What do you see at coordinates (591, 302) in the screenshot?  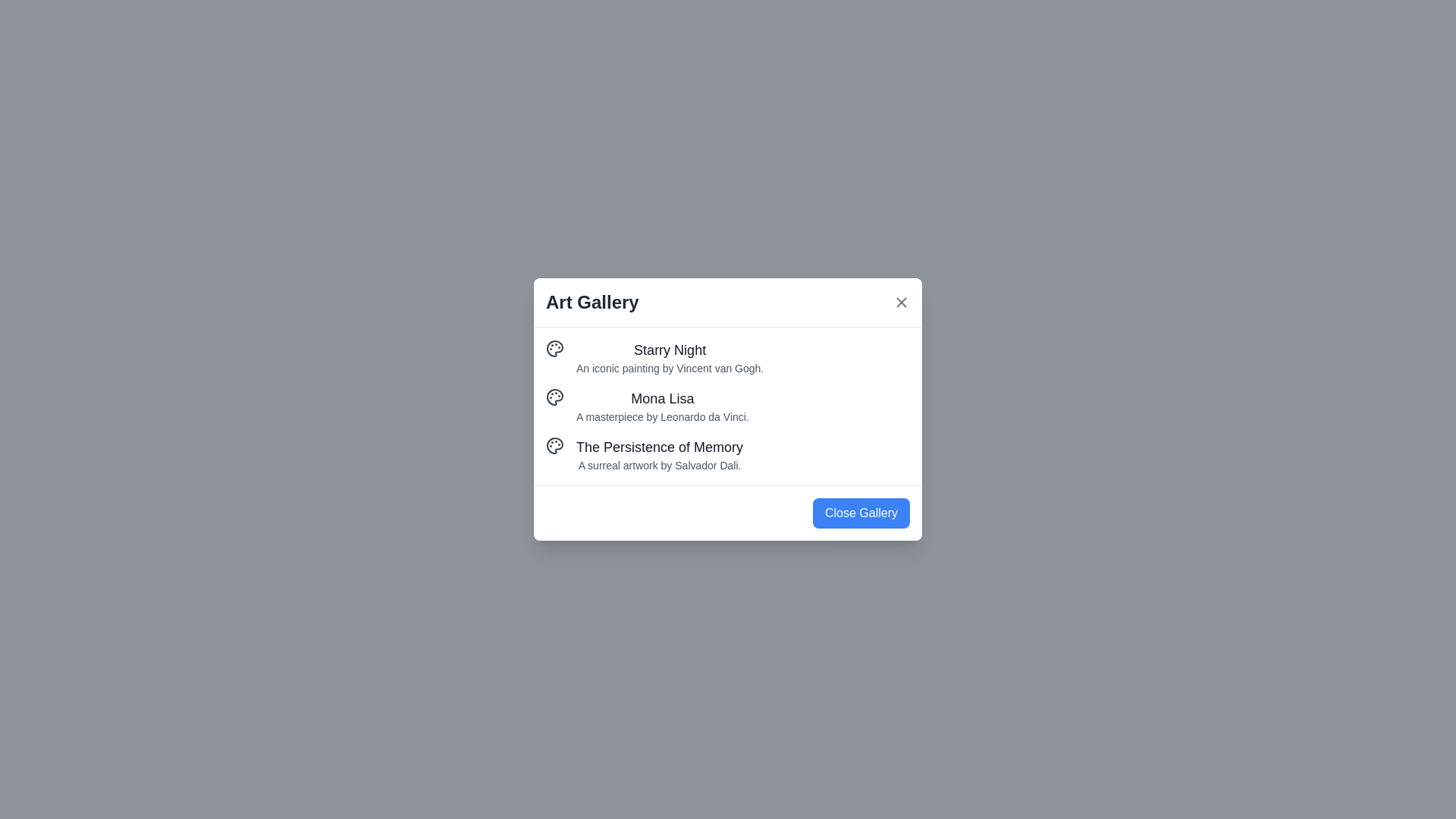 I see `the title text 'Art Gallery' displayed at the top of the dialog` at bounding box center [591, 302].